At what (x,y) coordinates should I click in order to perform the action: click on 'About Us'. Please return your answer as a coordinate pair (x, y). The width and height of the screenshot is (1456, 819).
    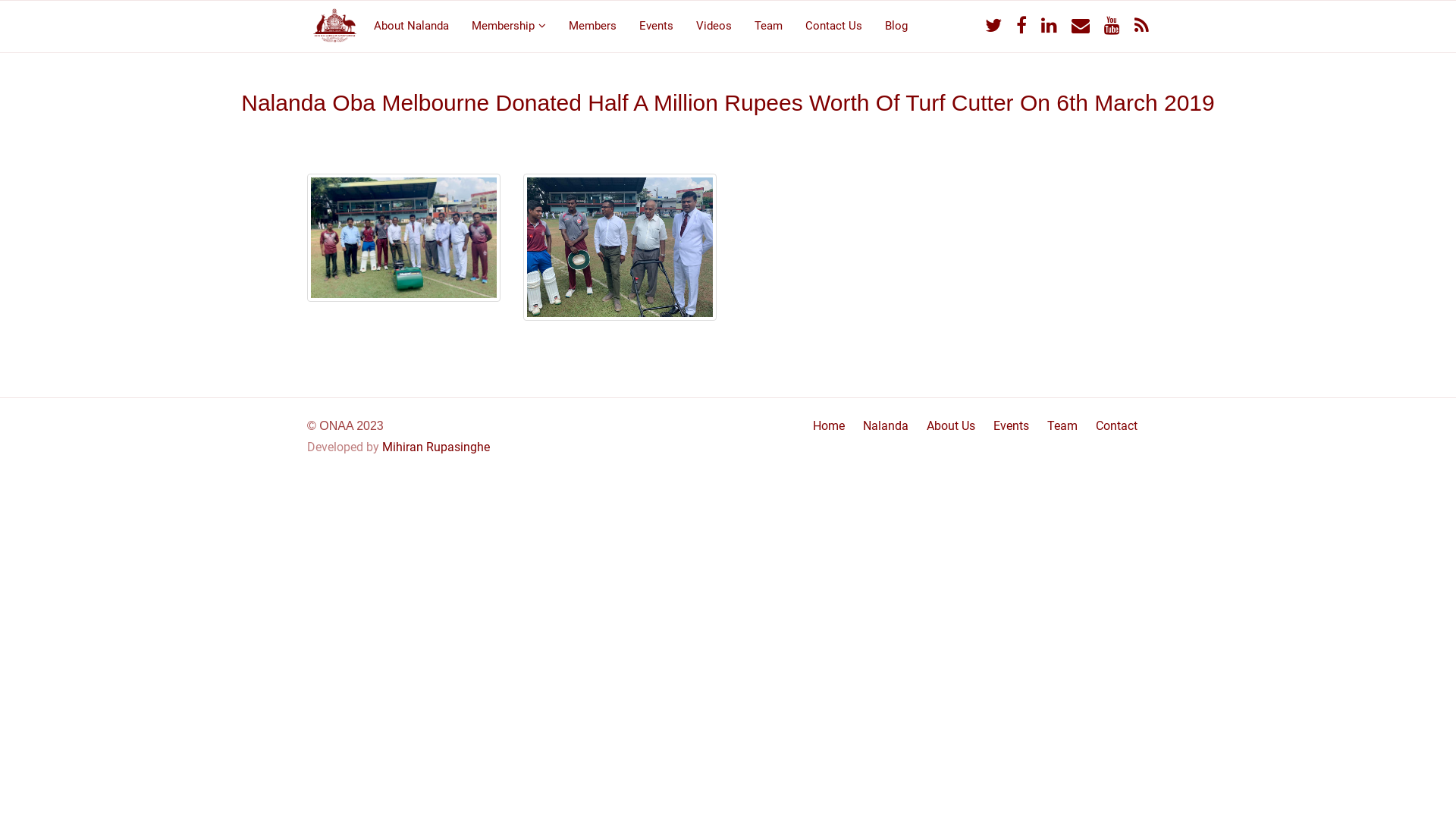
    Looking at the image, I should click on (949, 425).